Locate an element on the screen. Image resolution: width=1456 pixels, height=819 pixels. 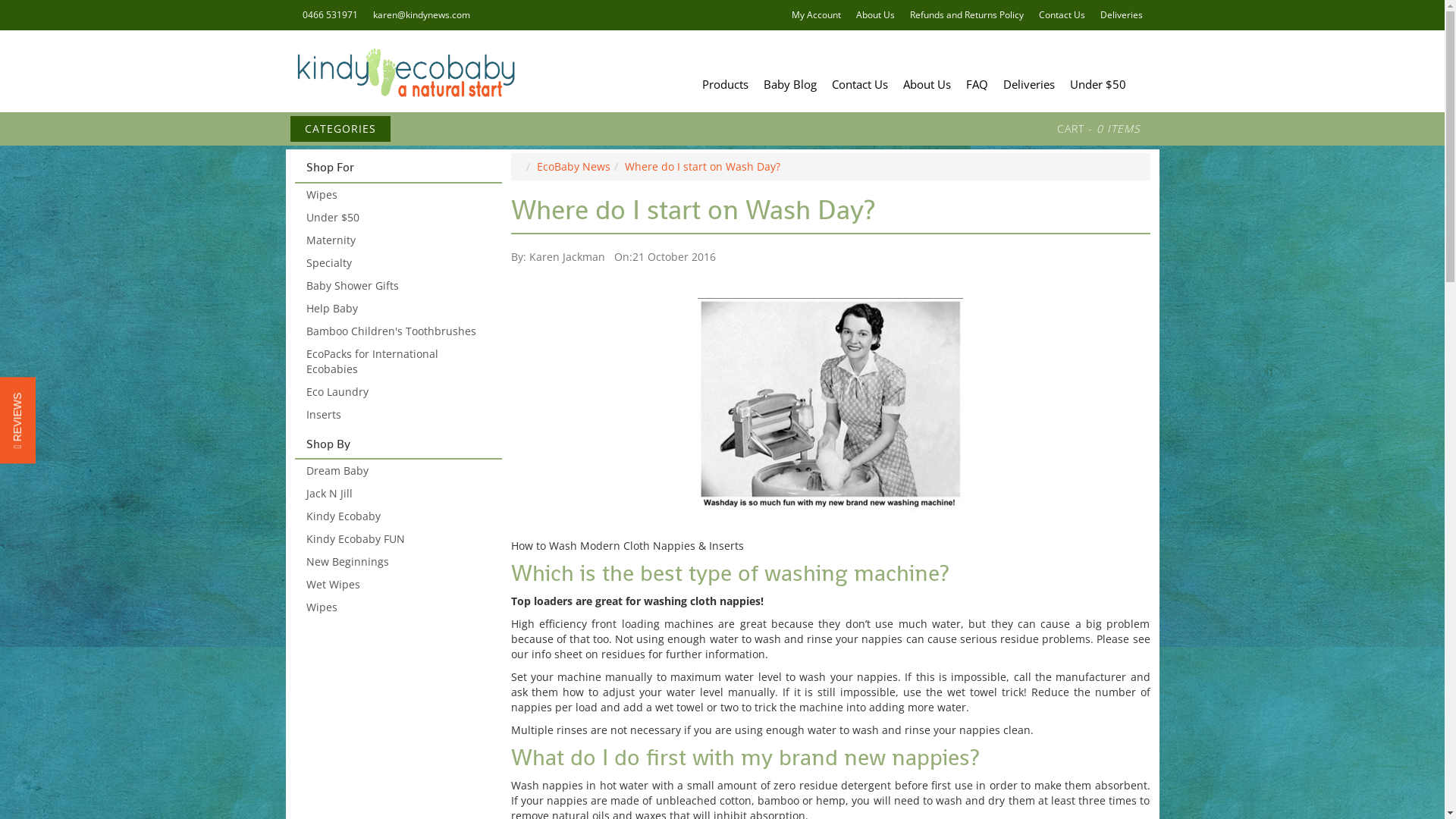
'Baby Shower Gifts' is located at coordinates (397, 286).